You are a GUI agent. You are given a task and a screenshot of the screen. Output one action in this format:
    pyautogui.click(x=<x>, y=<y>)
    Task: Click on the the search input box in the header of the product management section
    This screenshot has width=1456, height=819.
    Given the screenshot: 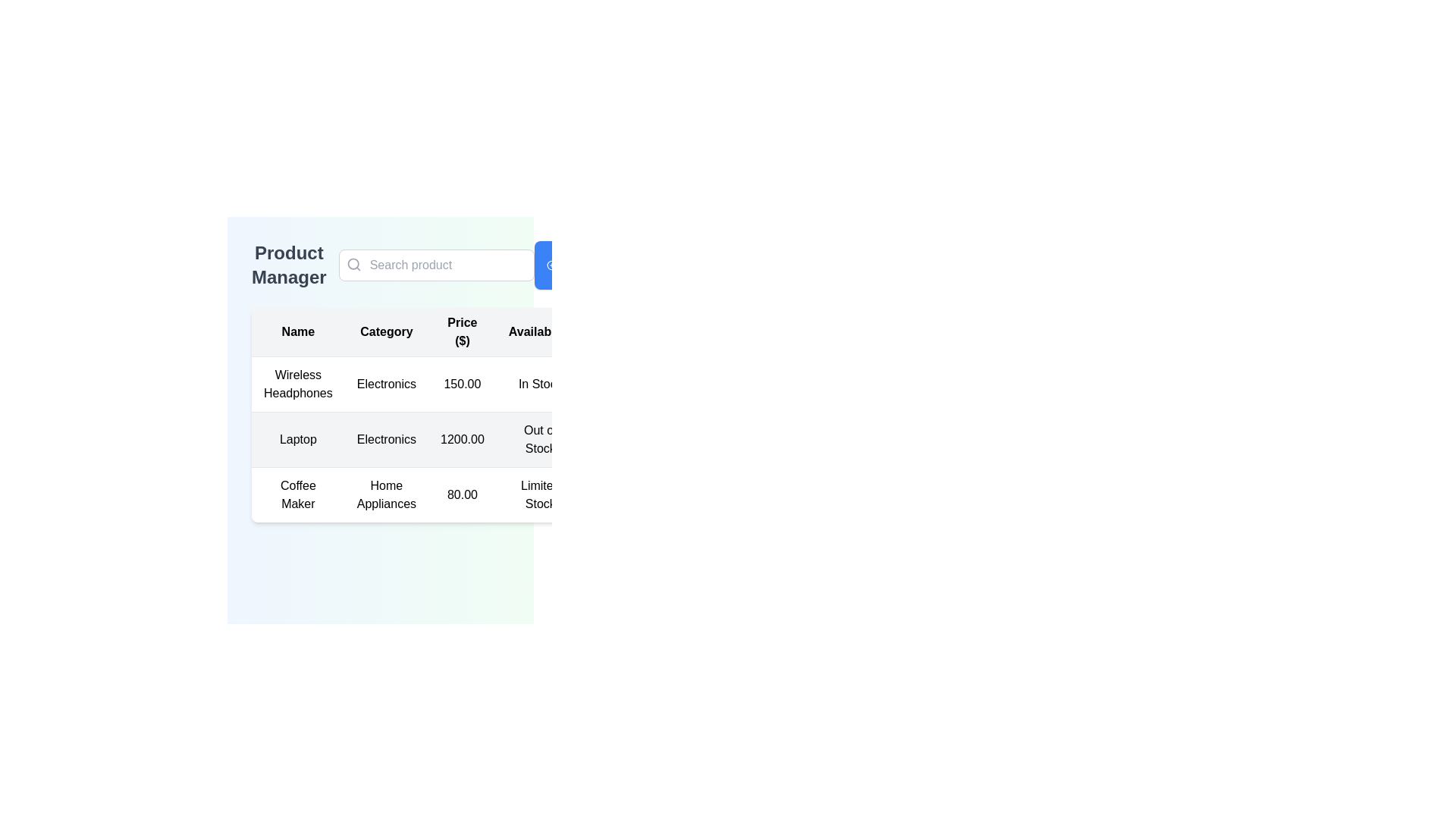 What is the action you would take?
    pyautogui.click(x=381, y=265)
    